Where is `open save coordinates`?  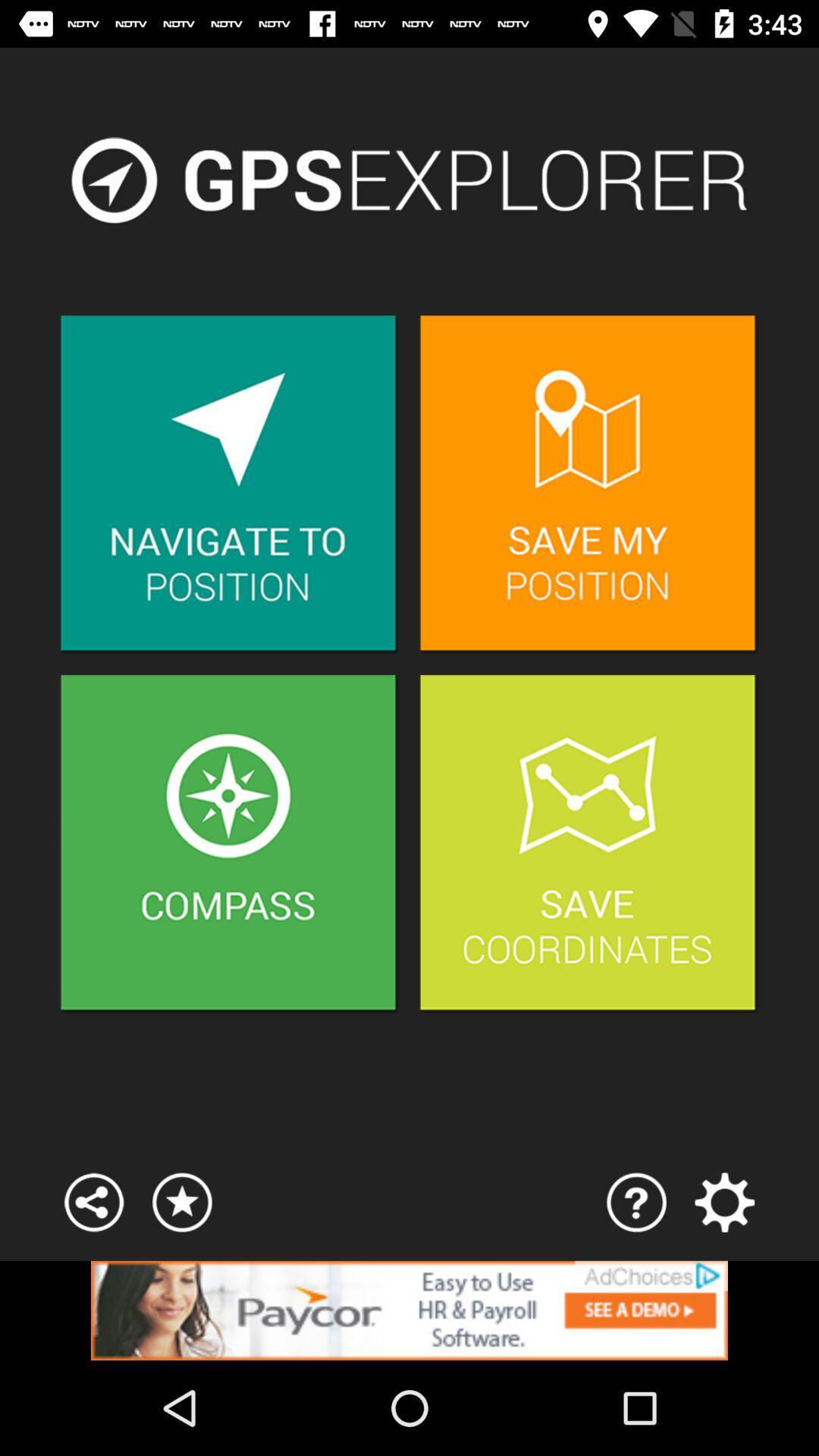
open save coordinates is located at coordinates (588, 843).